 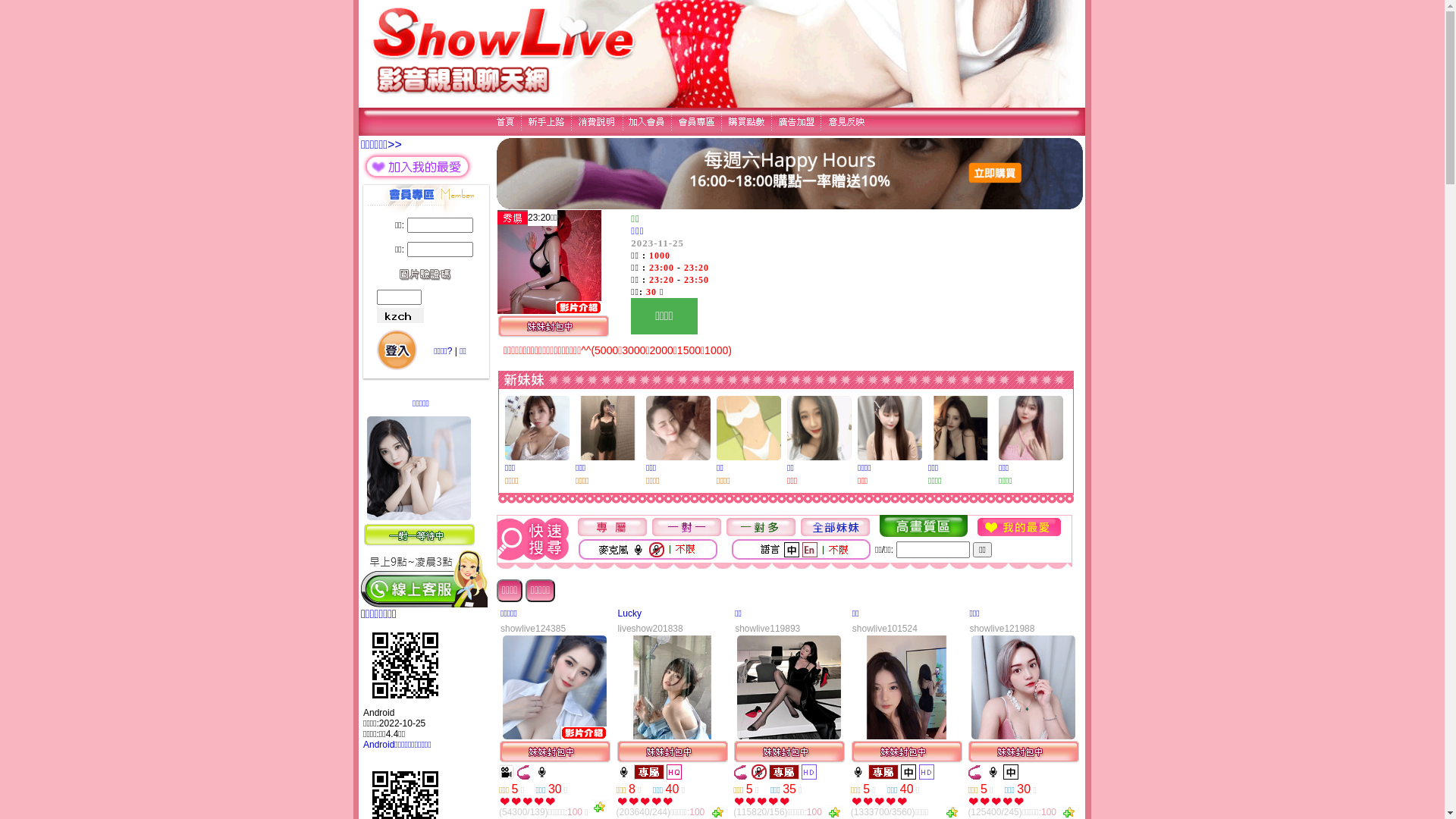 I want to click on 'Lucky', so click(x=618, y=613).